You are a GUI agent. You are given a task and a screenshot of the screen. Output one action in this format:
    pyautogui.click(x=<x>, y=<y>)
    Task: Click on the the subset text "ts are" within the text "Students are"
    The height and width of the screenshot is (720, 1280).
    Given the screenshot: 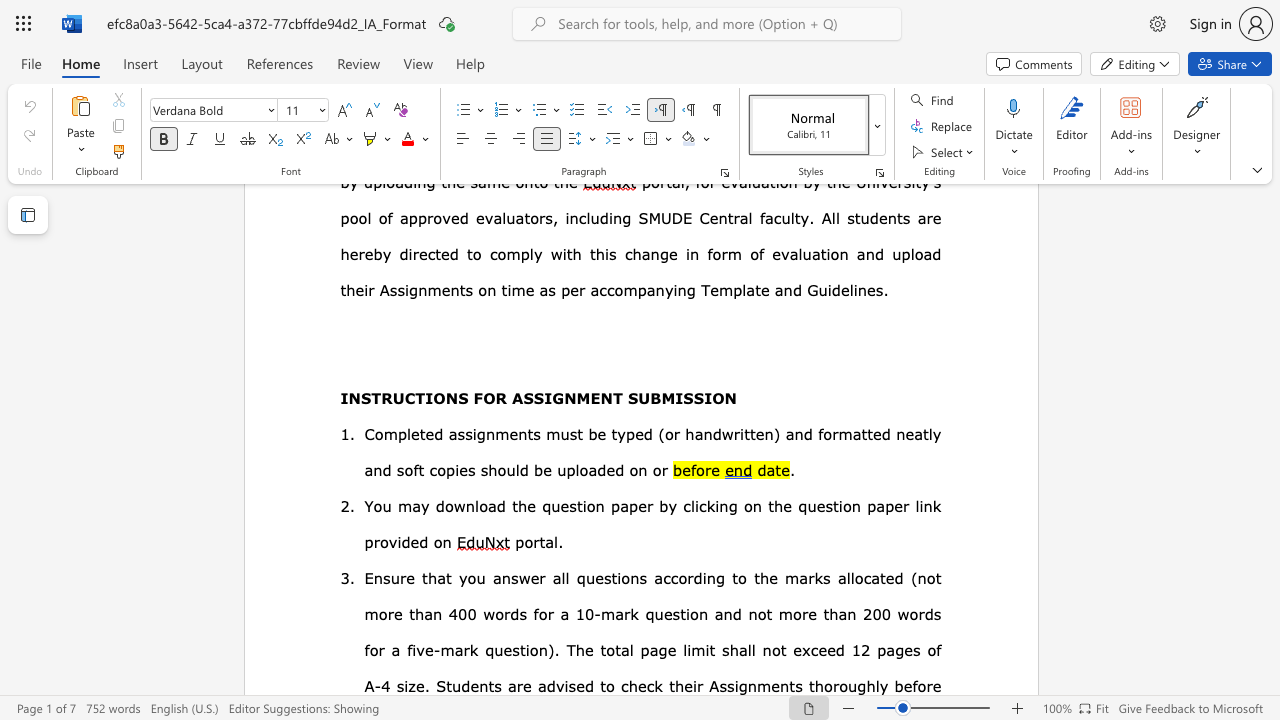 What is the action you would take?
    pyautogui.click(x=488, y=685)
    